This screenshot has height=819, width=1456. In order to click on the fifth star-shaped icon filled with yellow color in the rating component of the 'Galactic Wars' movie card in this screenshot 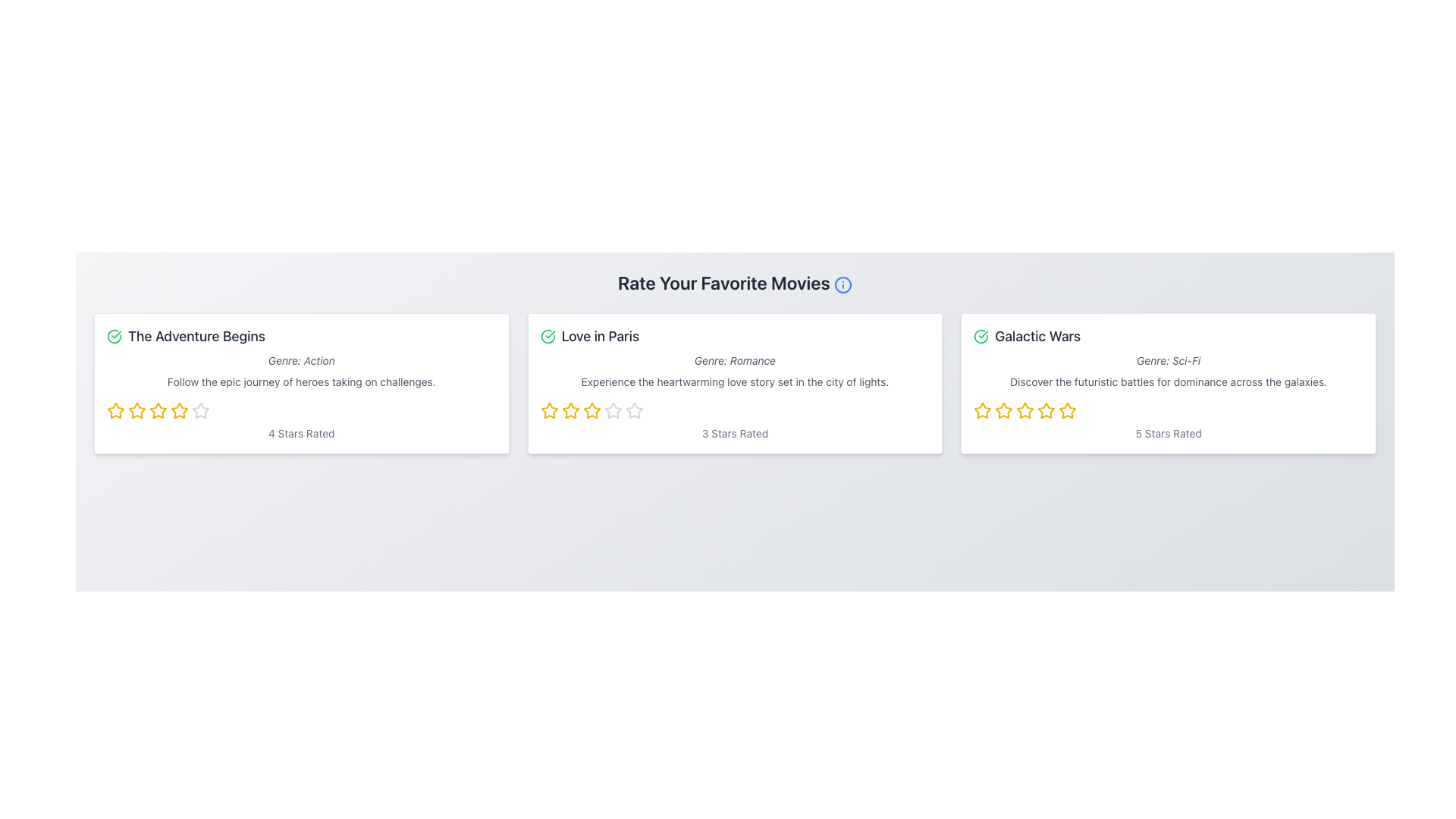, I will do `click(1046, 411)`.